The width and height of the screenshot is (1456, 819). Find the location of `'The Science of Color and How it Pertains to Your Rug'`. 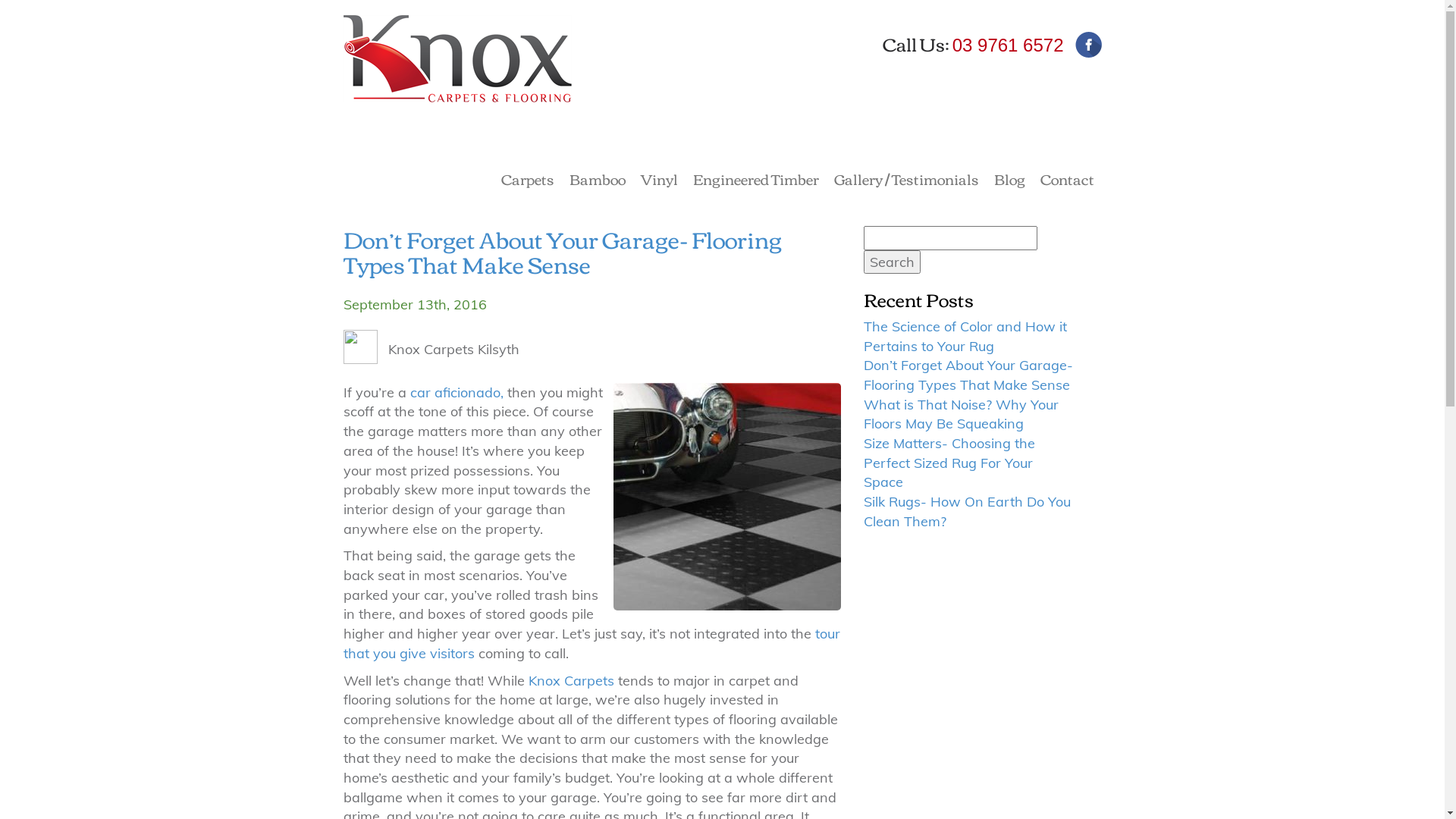

'The Science of Color and How it Pertains to Your Rug' is located at coordinates (863, 335).